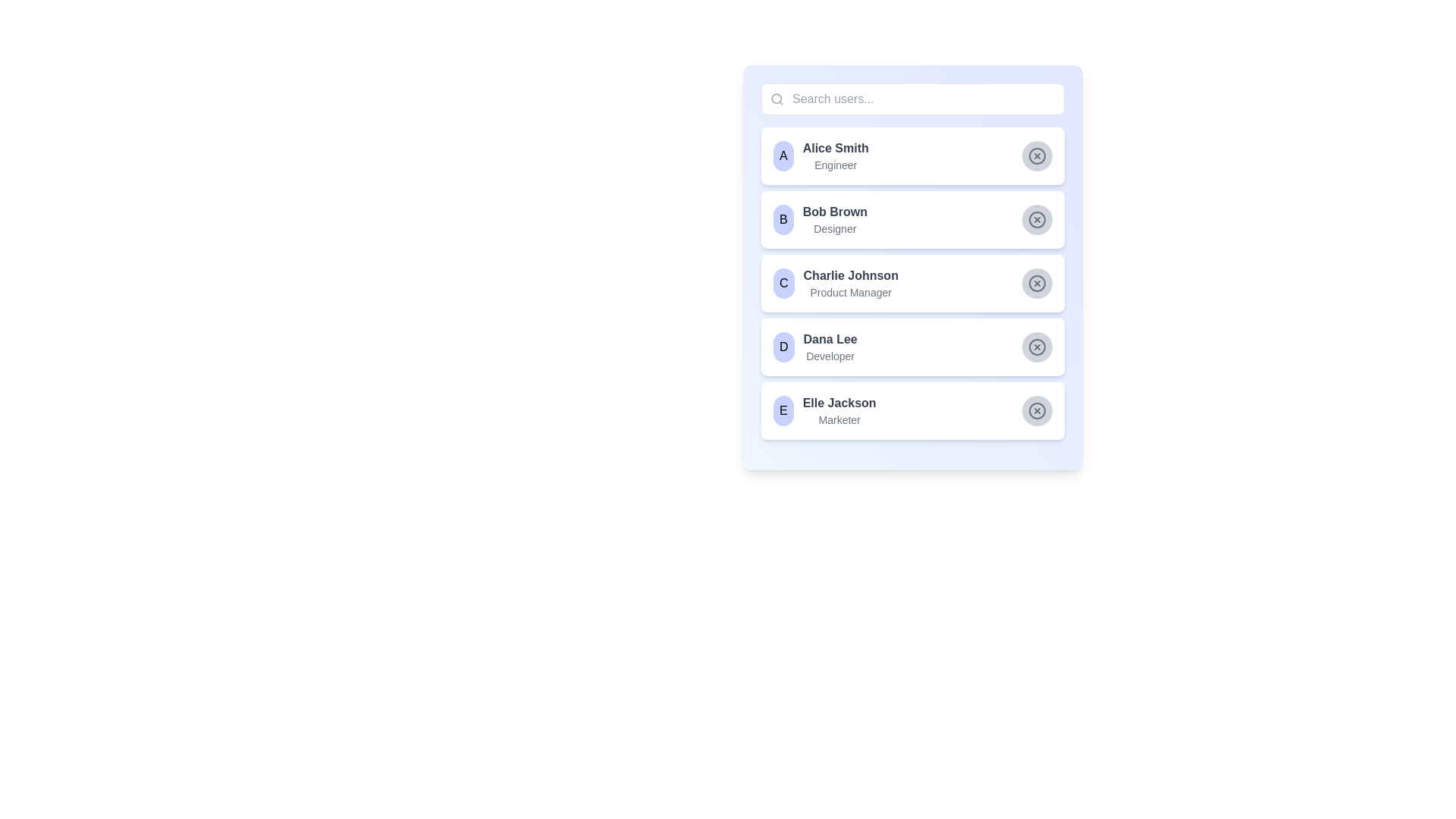 Image resolution: width=1456 pixels, height=819 pixels. Describe the element at coordinates (830, 347) in the screenshot. I see `the text label indicating the user's name 'Dana Lee' and role 'Developer' located in the fourth row of the user list` at that location.